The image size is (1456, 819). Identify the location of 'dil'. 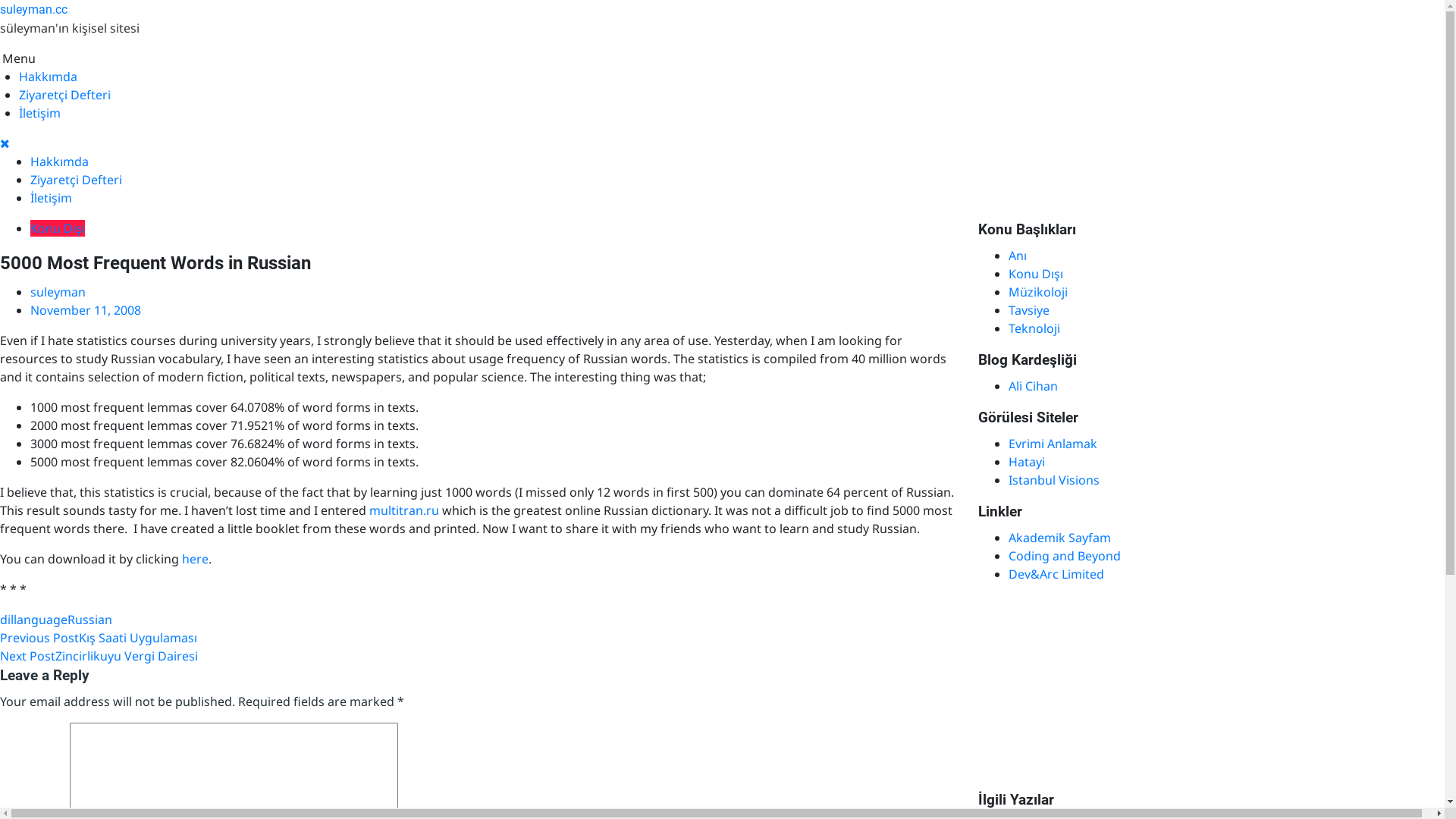
(7, 620).